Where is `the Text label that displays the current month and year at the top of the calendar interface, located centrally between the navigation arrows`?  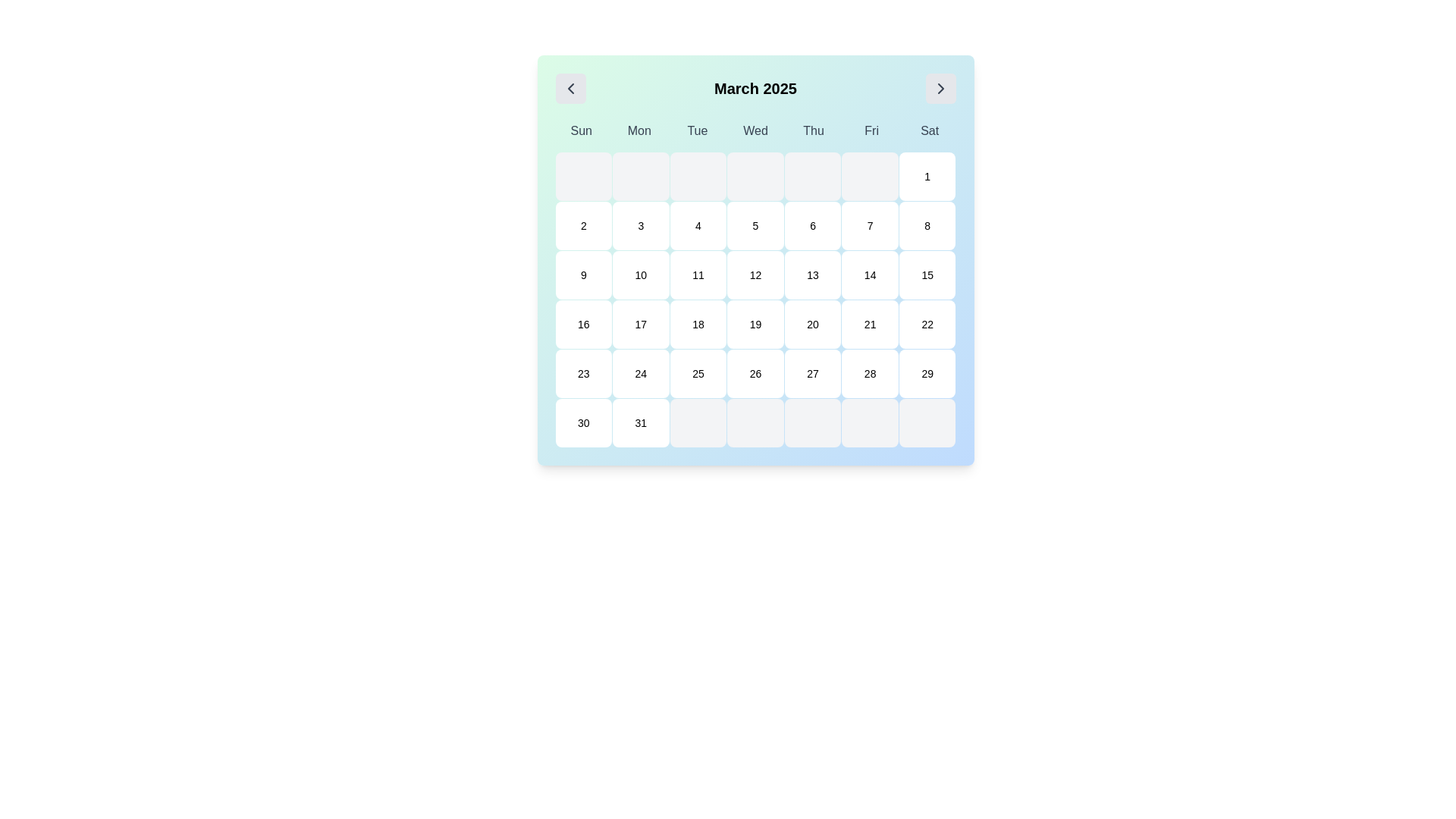
the Text label that displays the current month and year at the top of the calendar interface, located centrally between the navigation arrows is located at coordinates (755, 88).